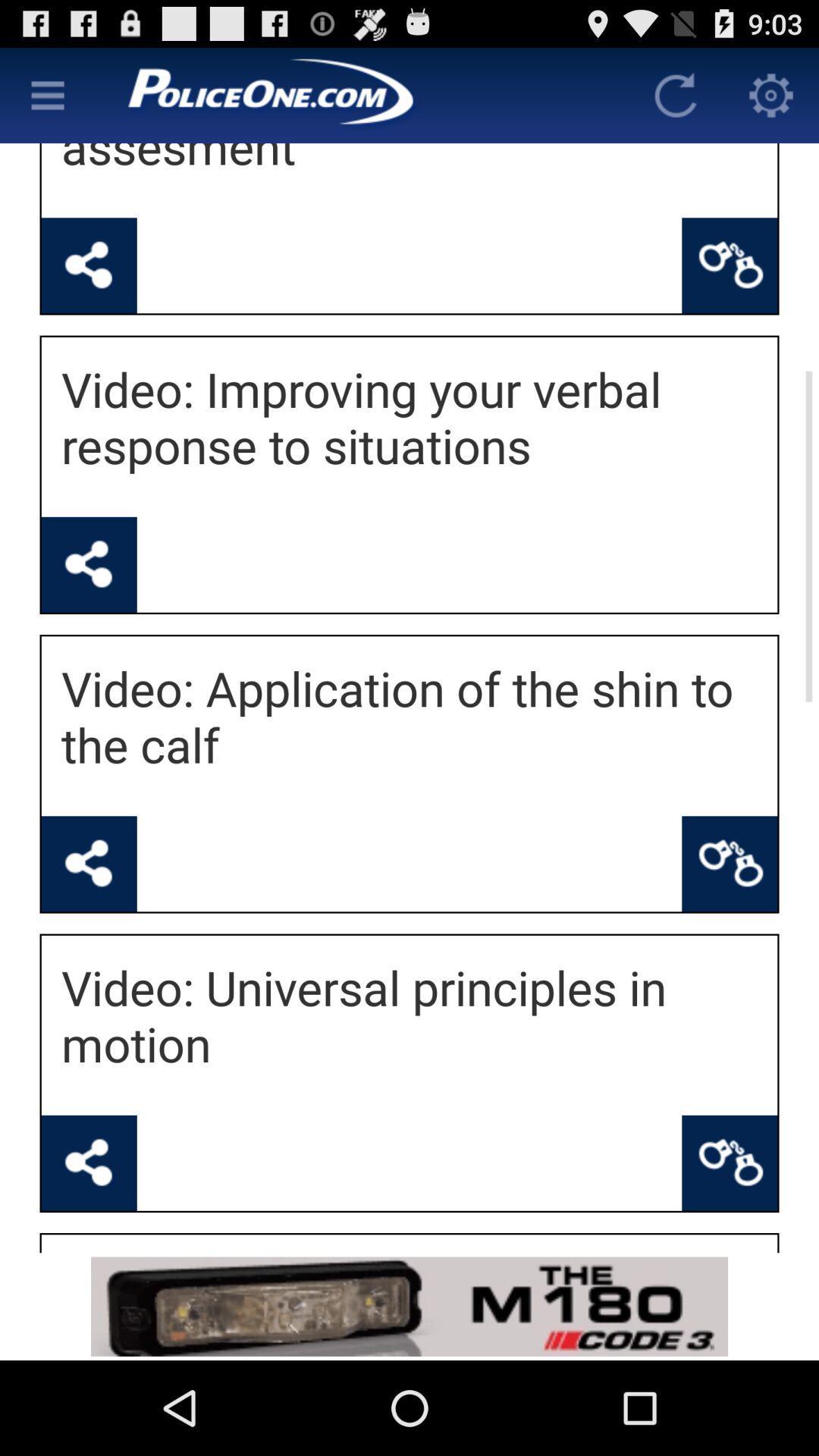  I want to click on autoplay option, so click(675, 94).